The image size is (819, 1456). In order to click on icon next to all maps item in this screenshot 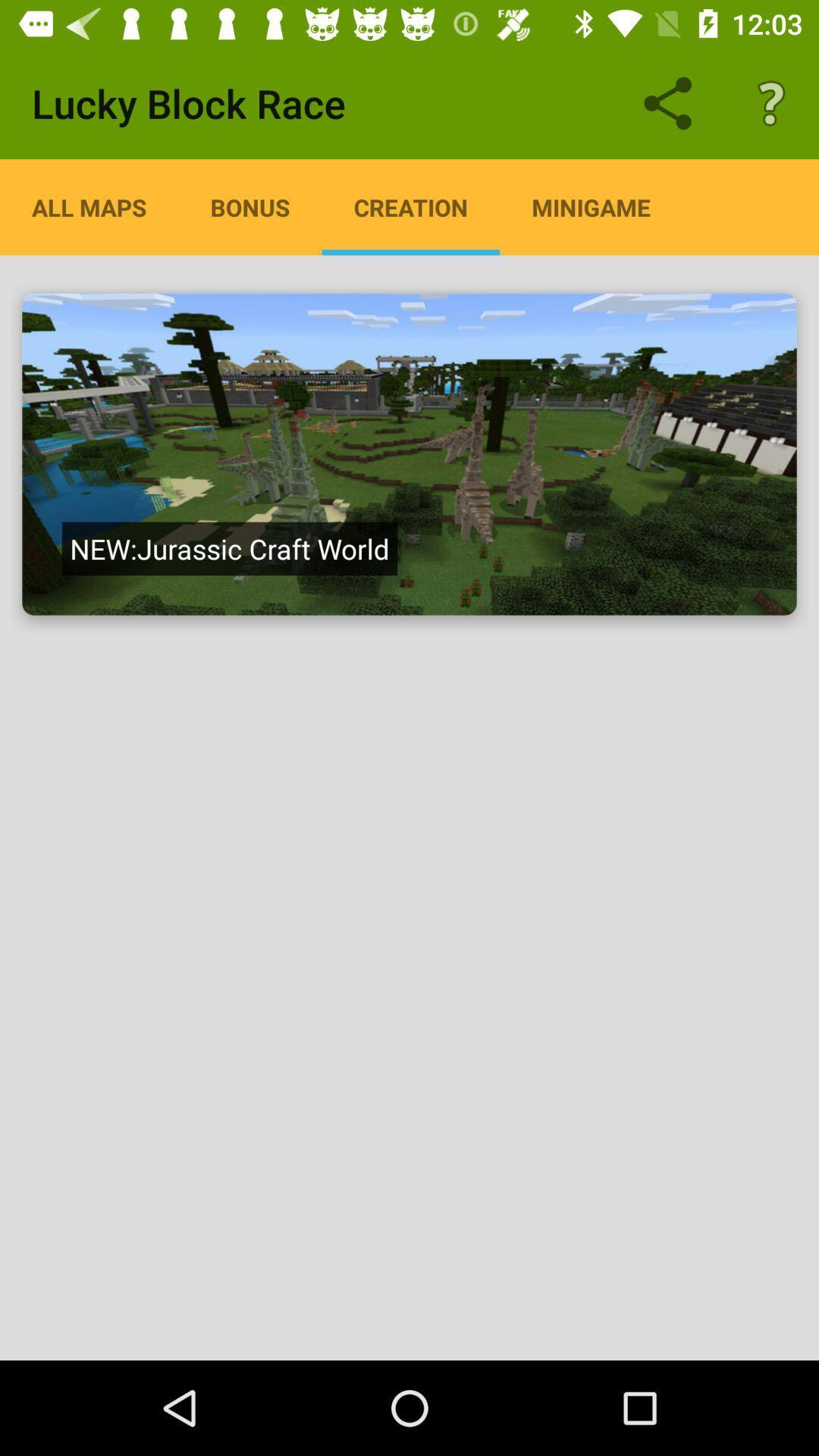, I will do `click(249, 206)`.